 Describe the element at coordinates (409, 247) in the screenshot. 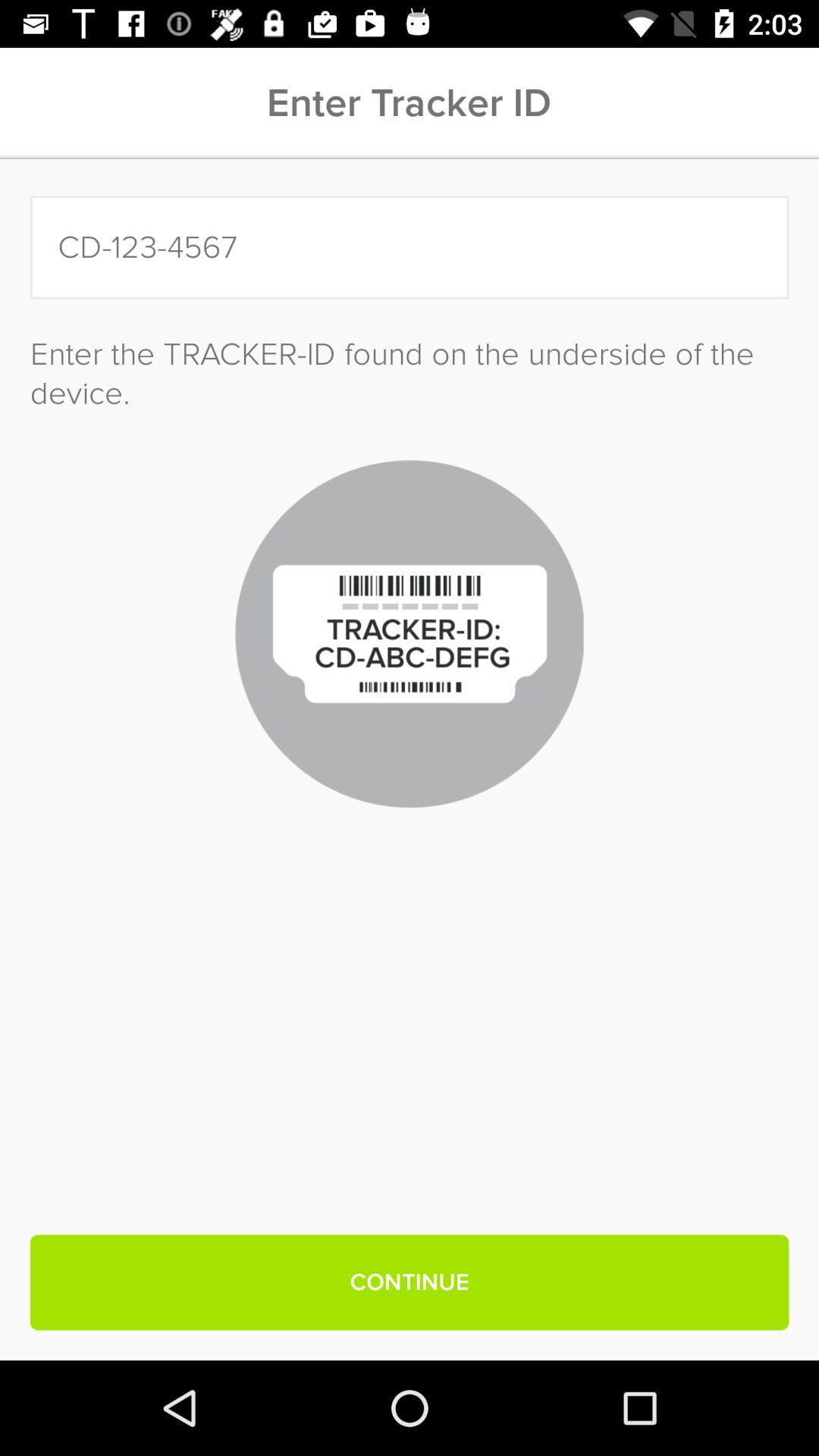

I see `icon above the enter the tracker` at that location.